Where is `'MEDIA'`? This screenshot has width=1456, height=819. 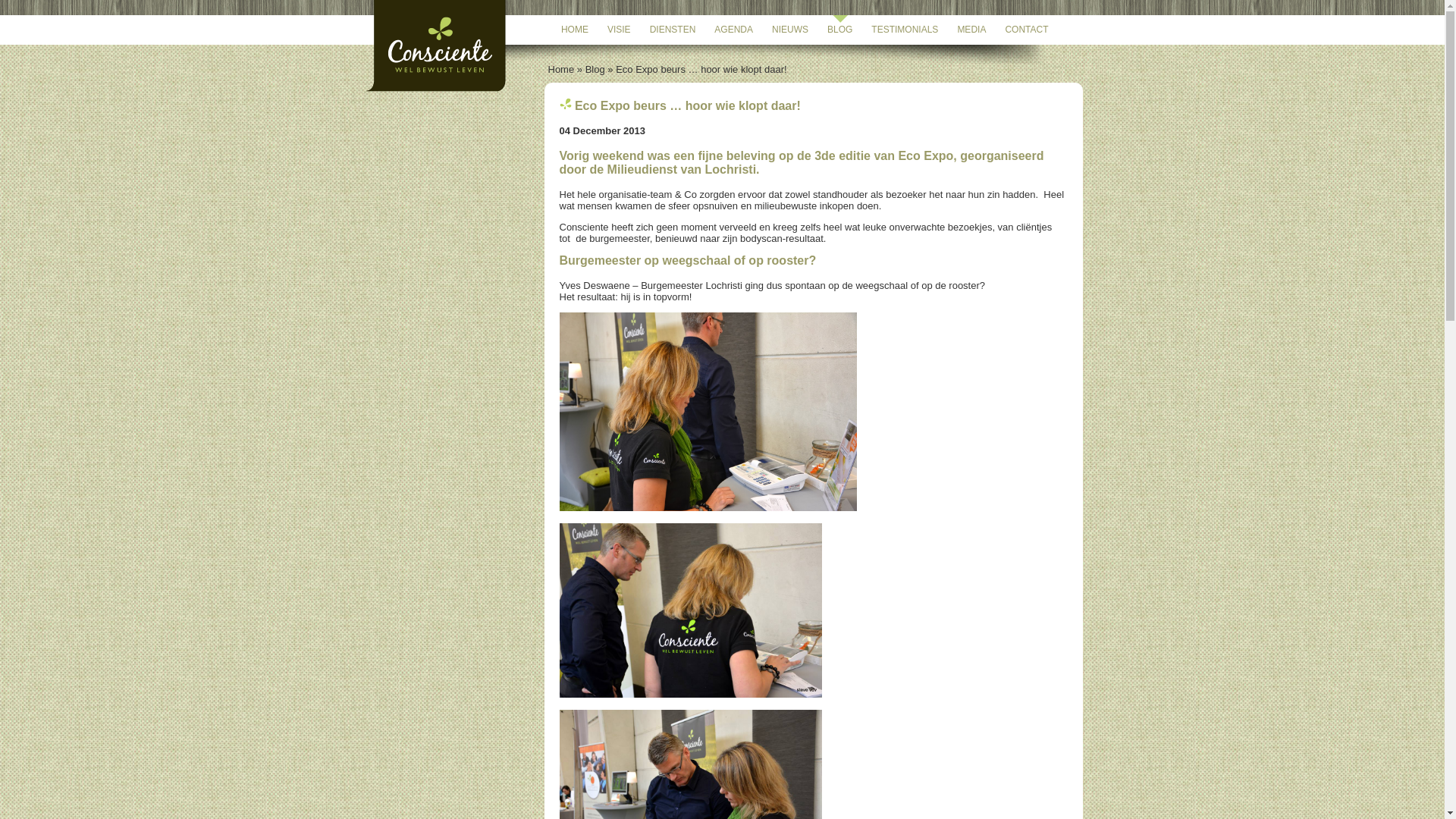
'MEDIA' is located at coordinates (956, 30).